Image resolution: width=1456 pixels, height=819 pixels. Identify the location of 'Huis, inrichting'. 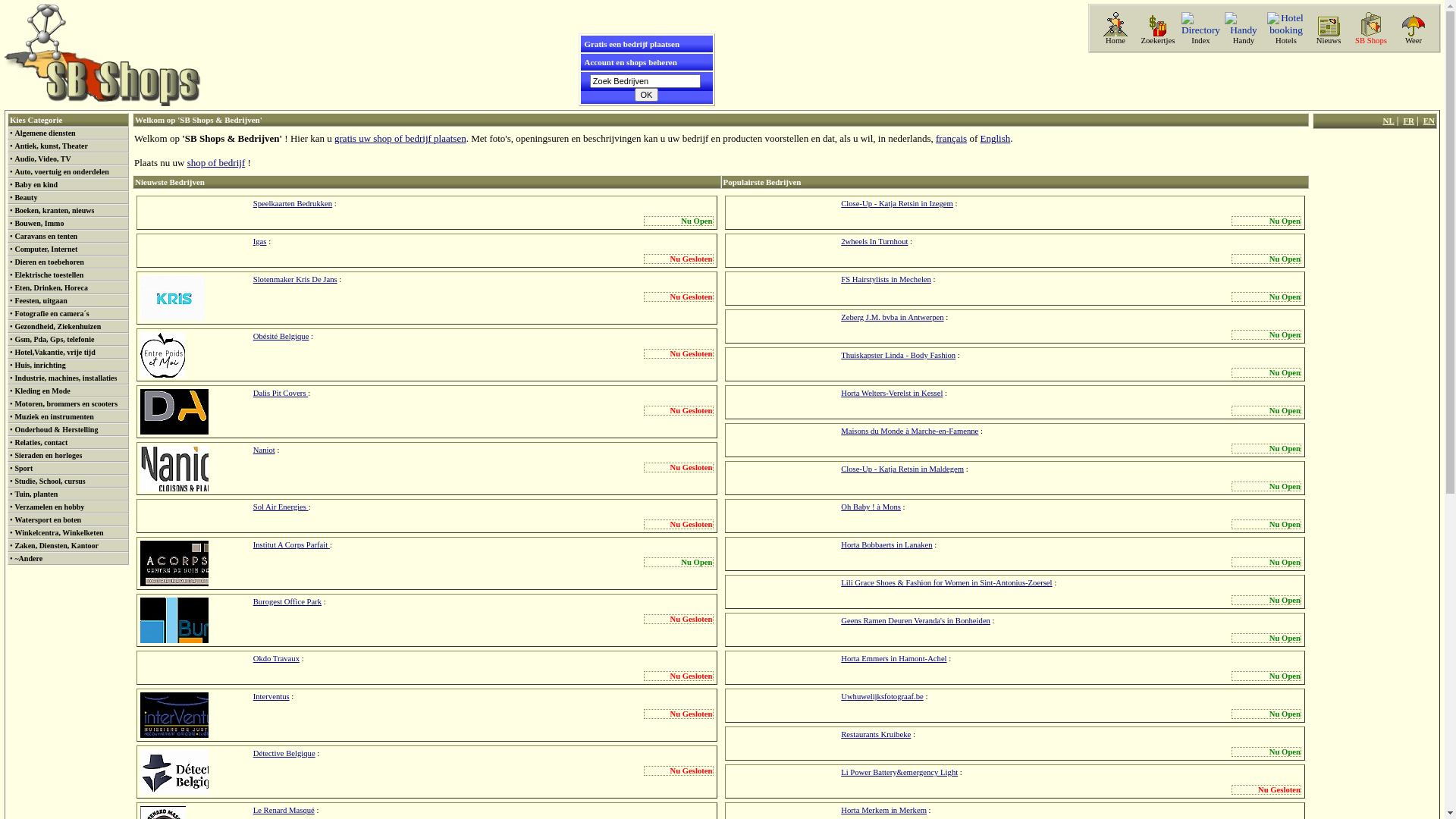
(39, 365).